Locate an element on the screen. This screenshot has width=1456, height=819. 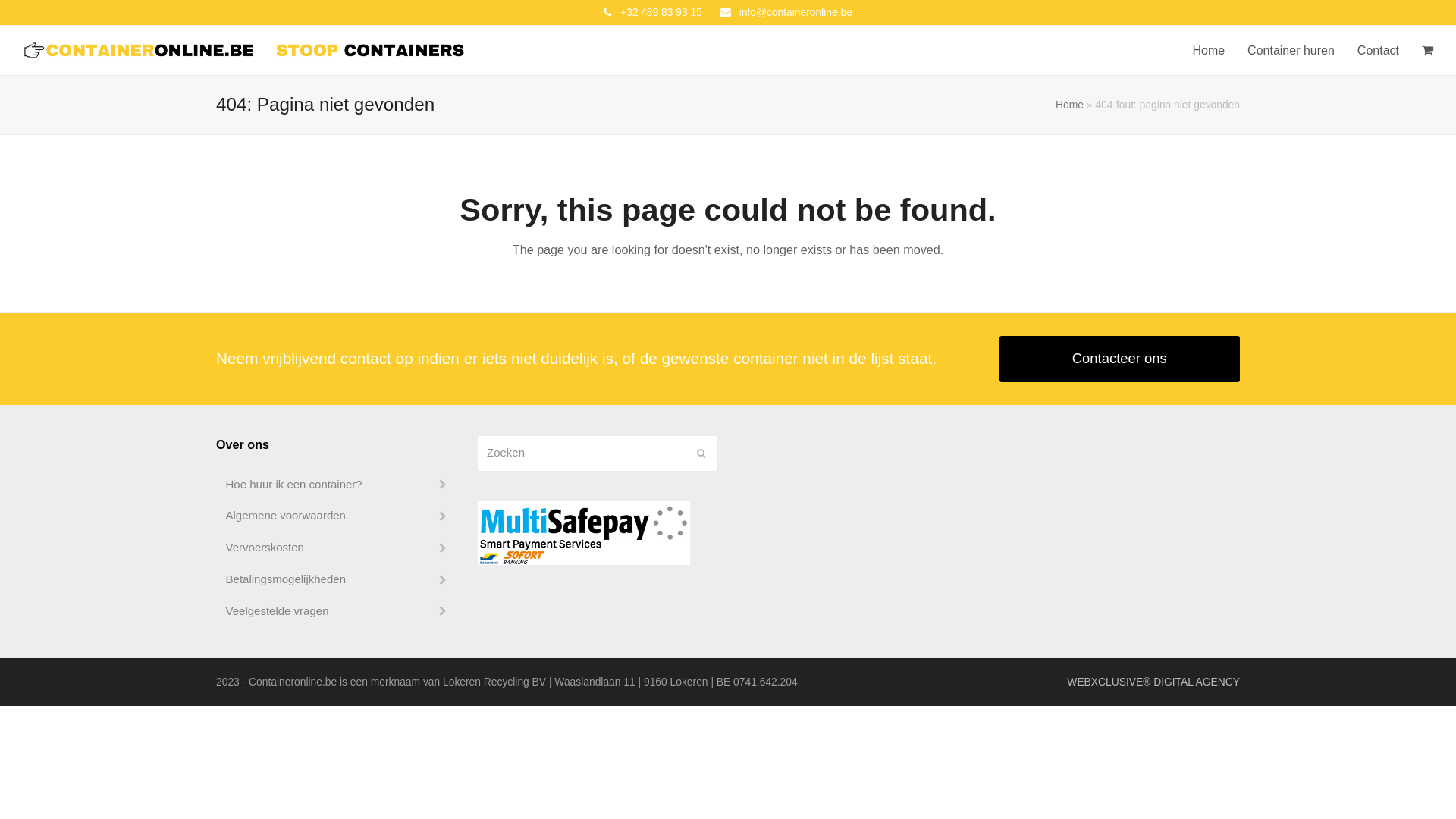
'Container huren' is located at coordinates (1236, 49).